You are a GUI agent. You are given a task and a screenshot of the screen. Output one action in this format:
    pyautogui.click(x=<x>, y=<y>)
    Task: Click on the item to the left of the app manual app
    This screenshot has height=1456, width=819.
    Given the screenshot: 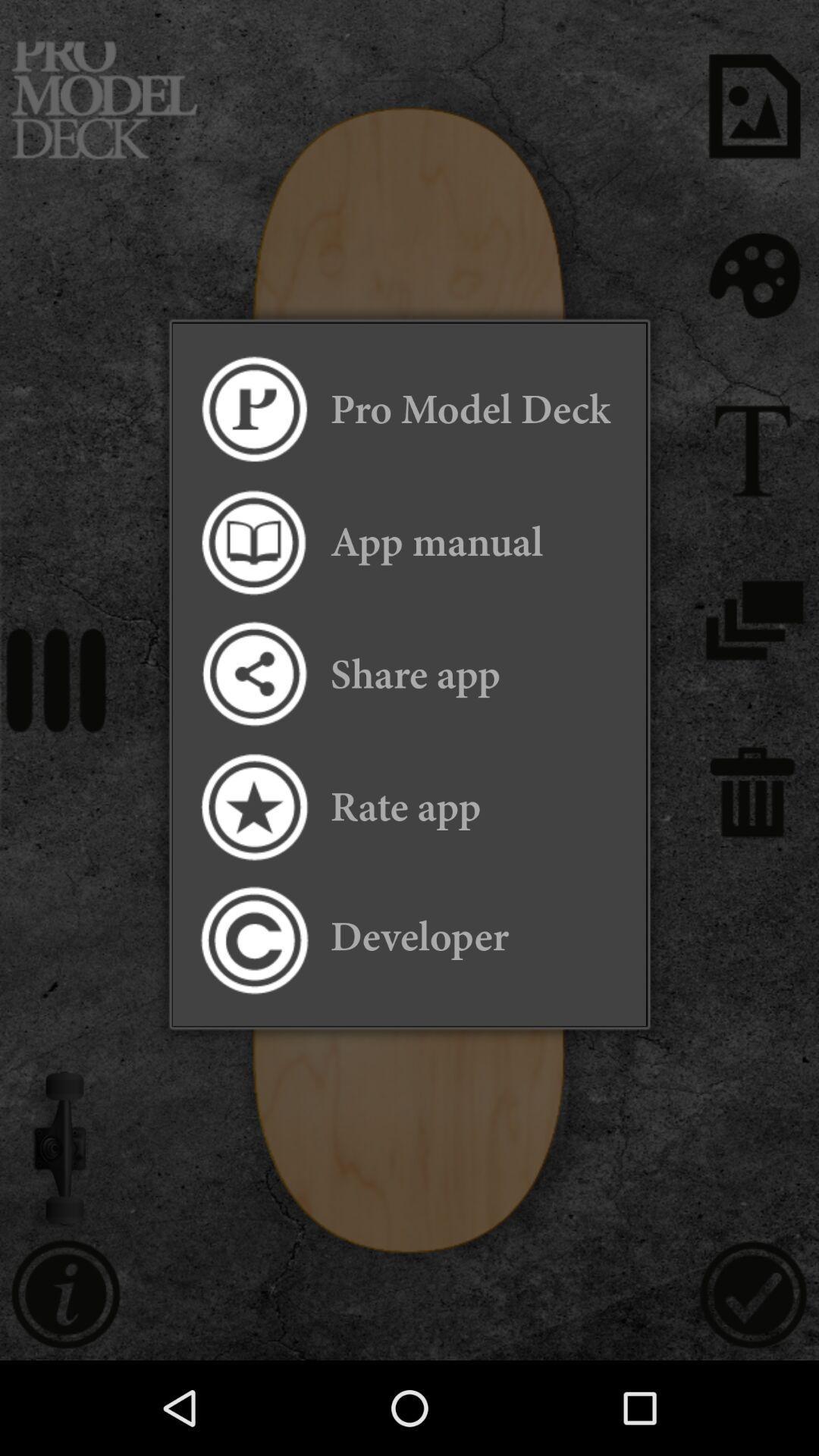 What is the action you would take?
    pyautogui.click(x=253, y=542)
    